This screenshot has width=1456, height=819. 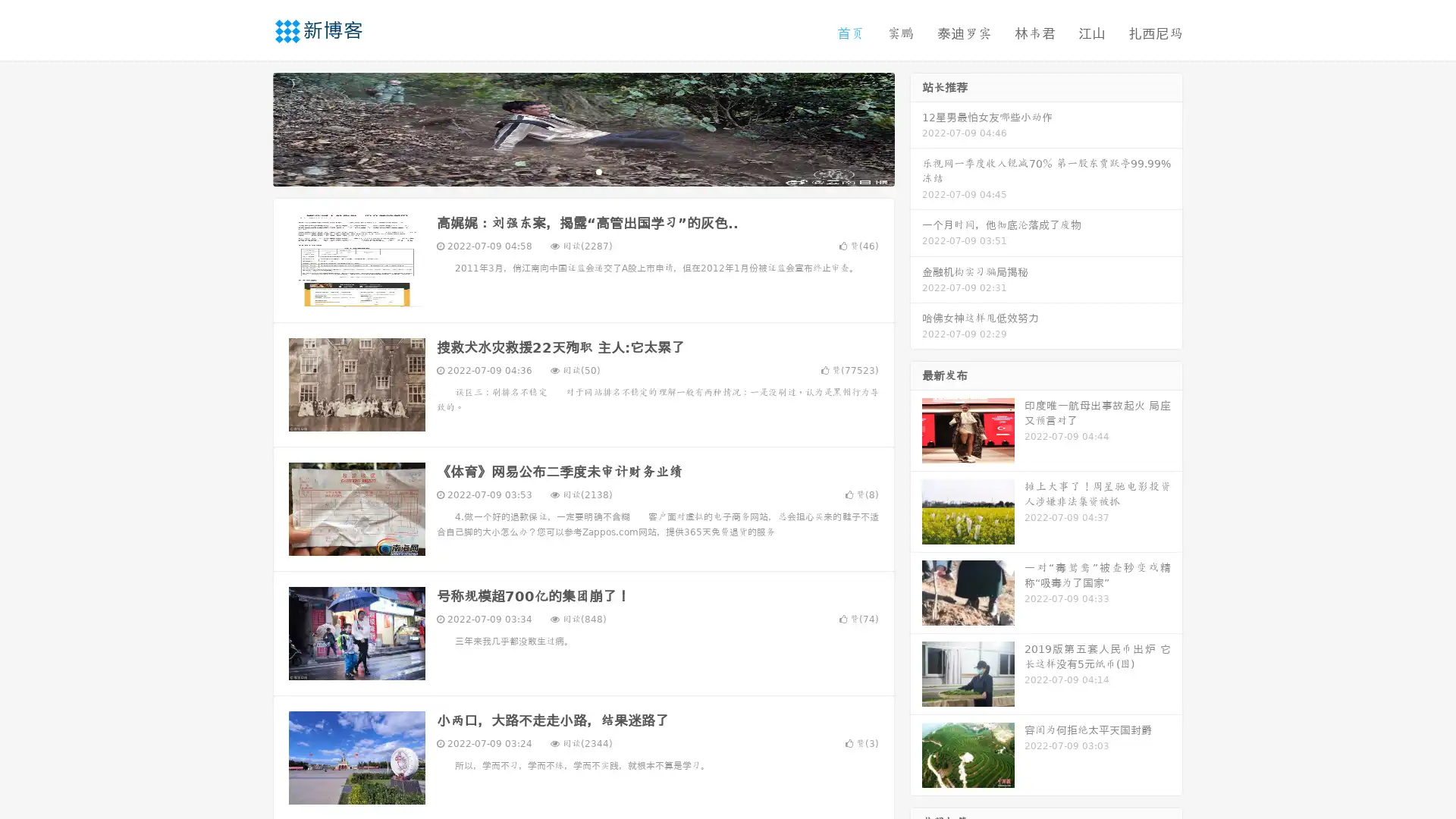 What do you see at coordinates (250, 127) in the screenshot?
I see `Previous slide` at bounding box center [250, 127].